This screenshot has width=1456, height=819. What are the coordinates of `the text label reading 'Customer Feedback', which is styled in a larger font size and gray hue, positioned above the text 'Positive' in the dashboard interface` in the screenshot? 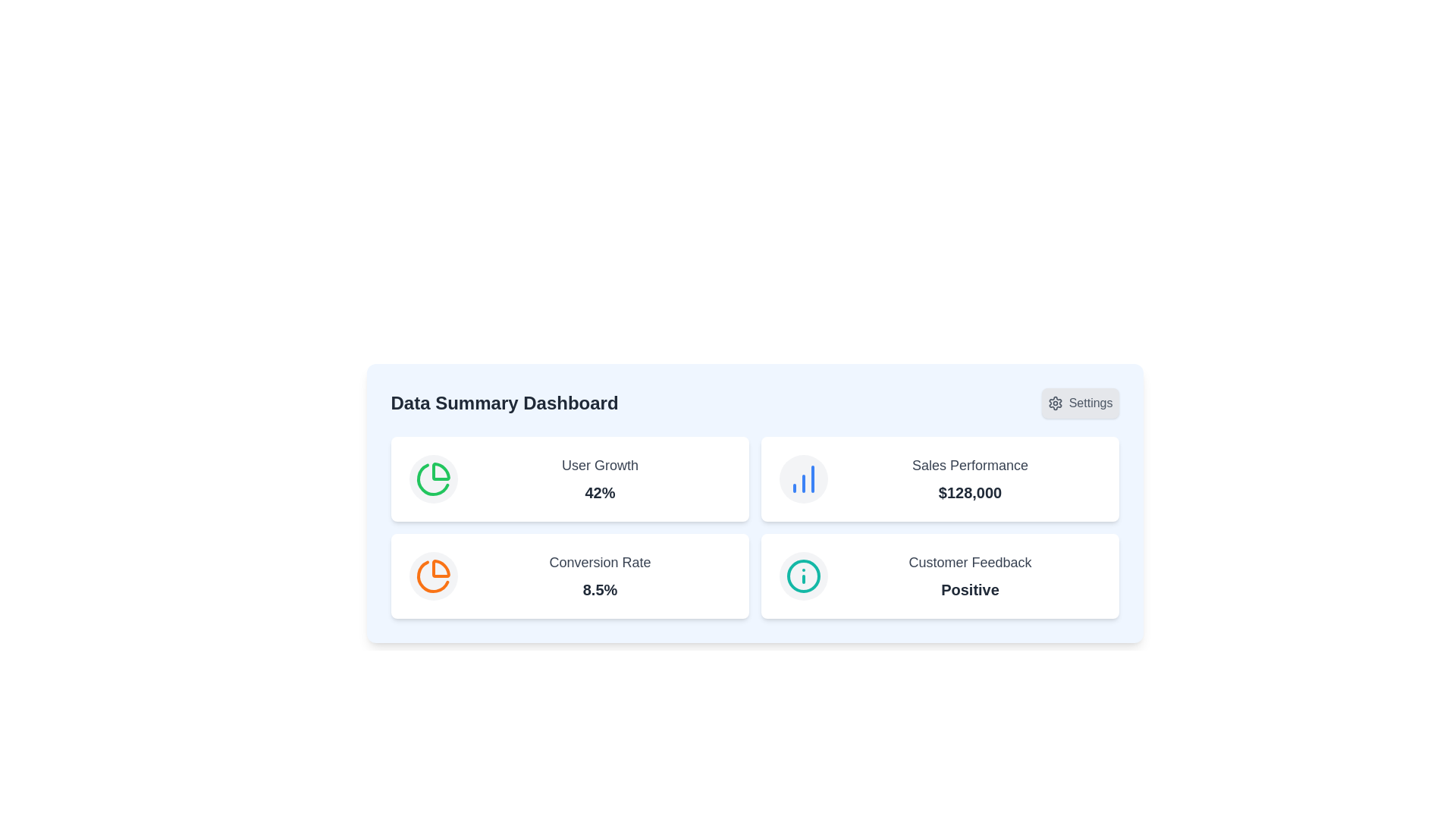 It's located at (969, 562).